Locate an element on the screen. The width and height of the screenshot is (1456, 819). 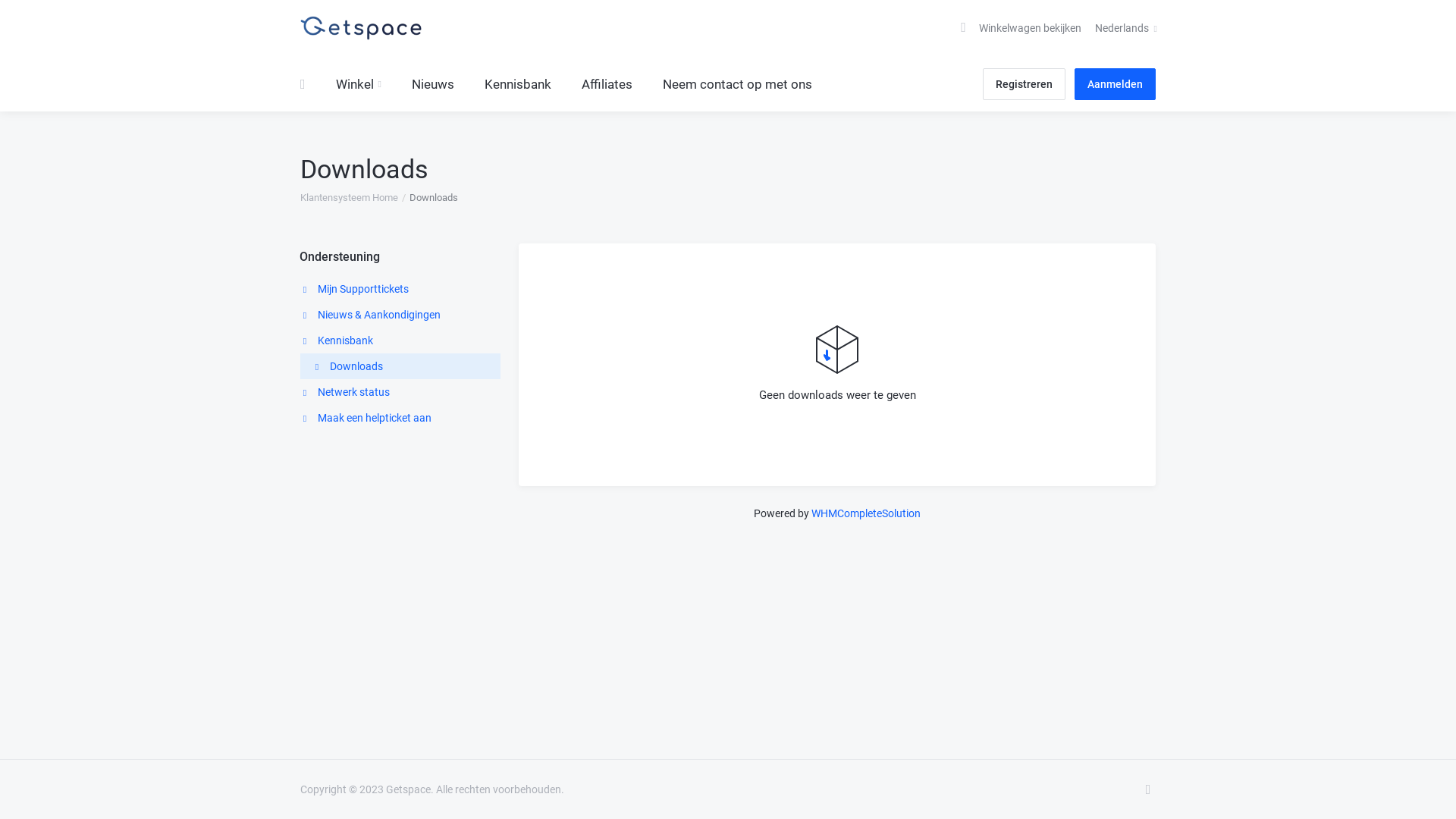
'Nederlands' is located at coordinates (1090, 28).